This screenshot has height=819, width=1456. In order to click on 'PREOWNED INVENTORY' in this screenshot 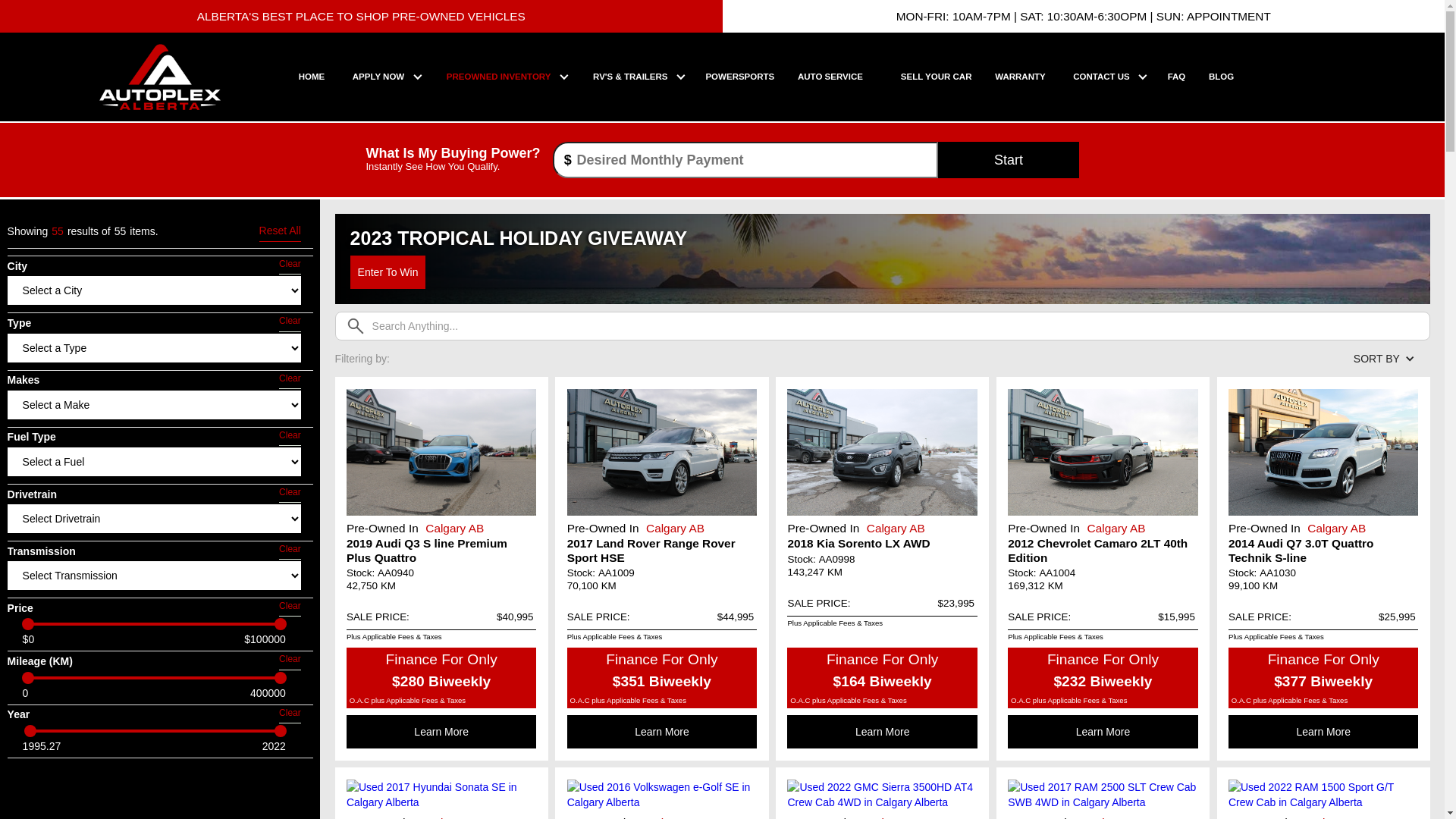, I will do `click(498, 77)`.